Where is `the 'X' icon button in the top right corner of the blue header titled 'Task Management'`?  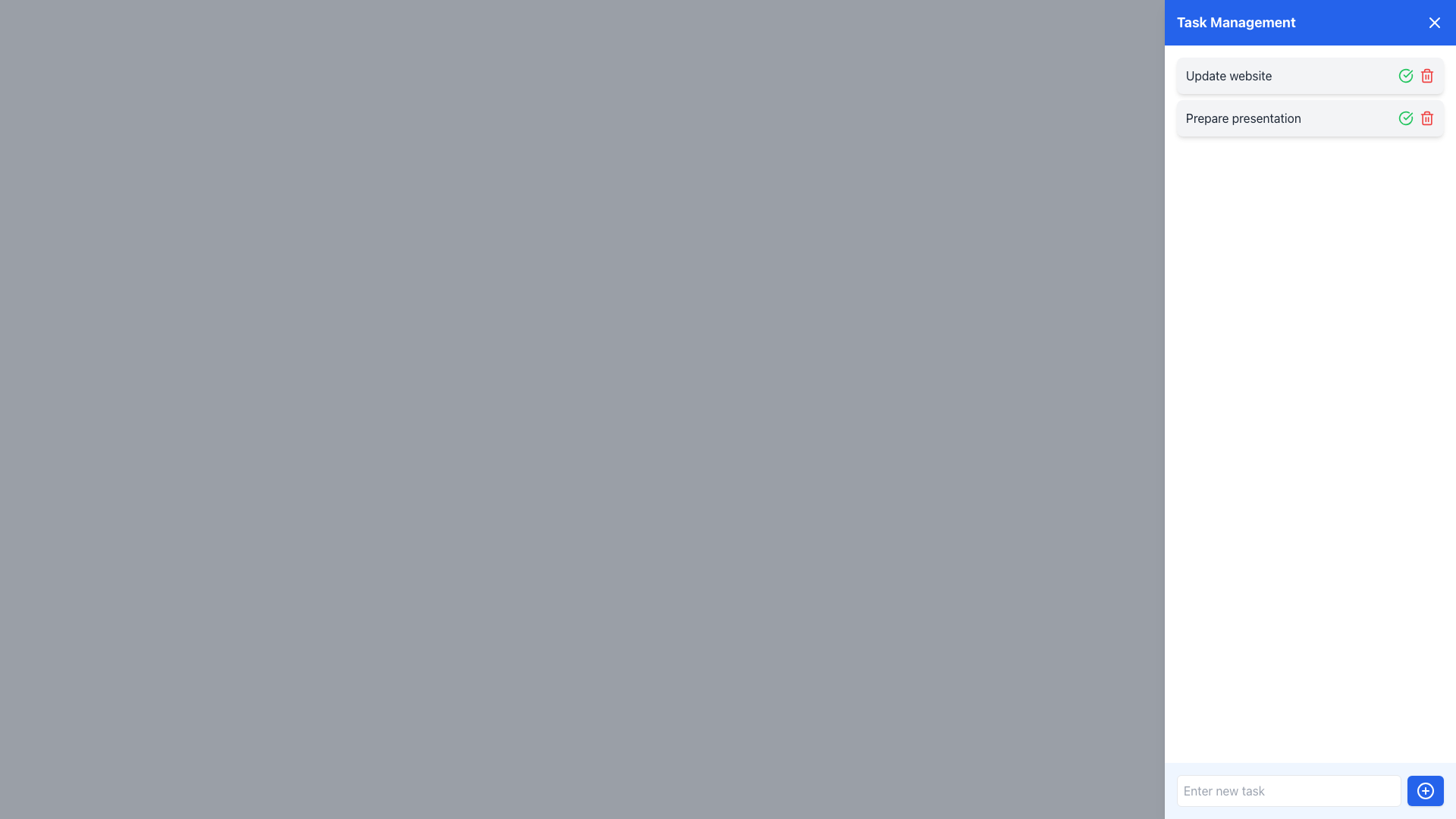
the 'X' icon button in the top right corner of the blue header titled 'Task Management' is located at coordinates (1433, 23).